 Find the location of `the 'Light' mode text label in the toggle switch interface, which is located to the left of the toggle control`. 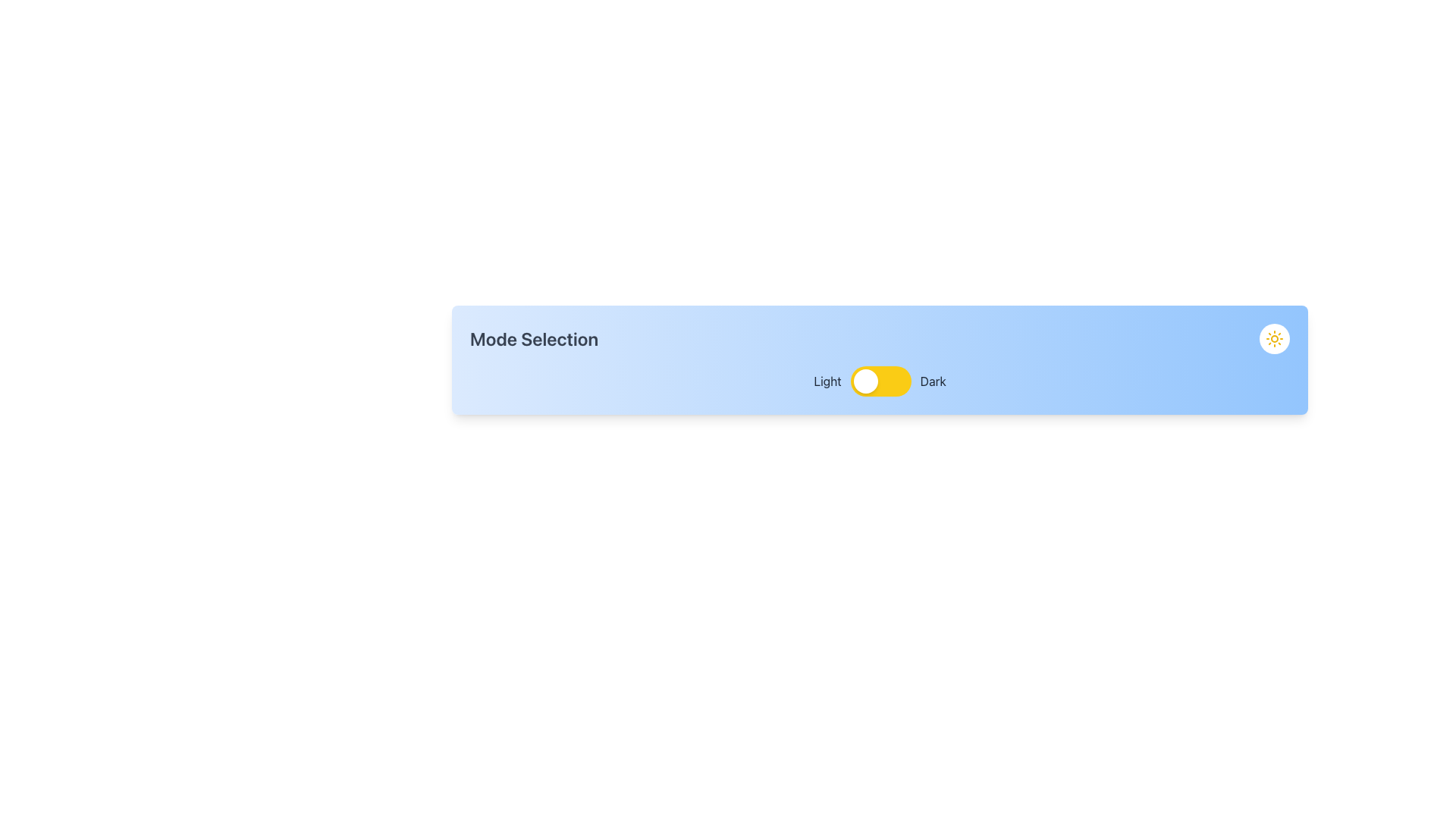

the 'Light' mode text label in the toggle switch interface, which is located to the left of the toggle control is located at coordinates (827, 380).